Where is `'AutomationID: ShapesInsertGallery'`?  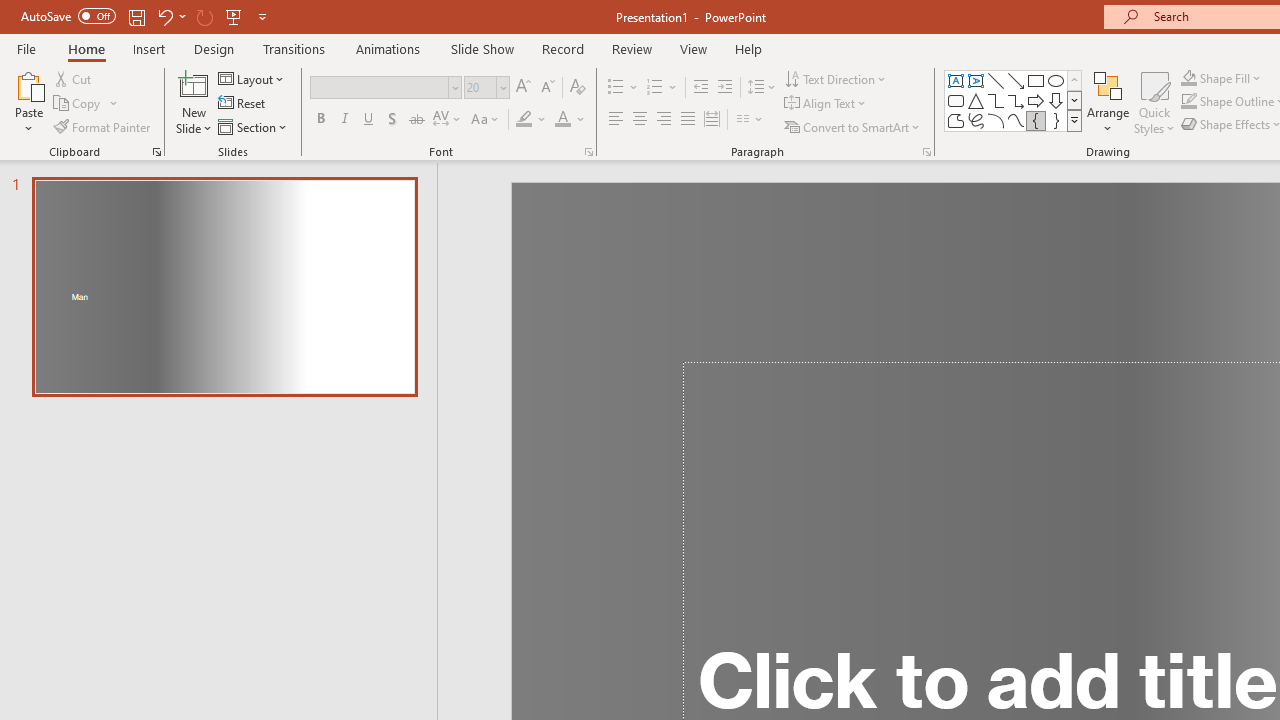
'AutomationID: ShapesInsertGallery' is located at coordinates (1014, 100).